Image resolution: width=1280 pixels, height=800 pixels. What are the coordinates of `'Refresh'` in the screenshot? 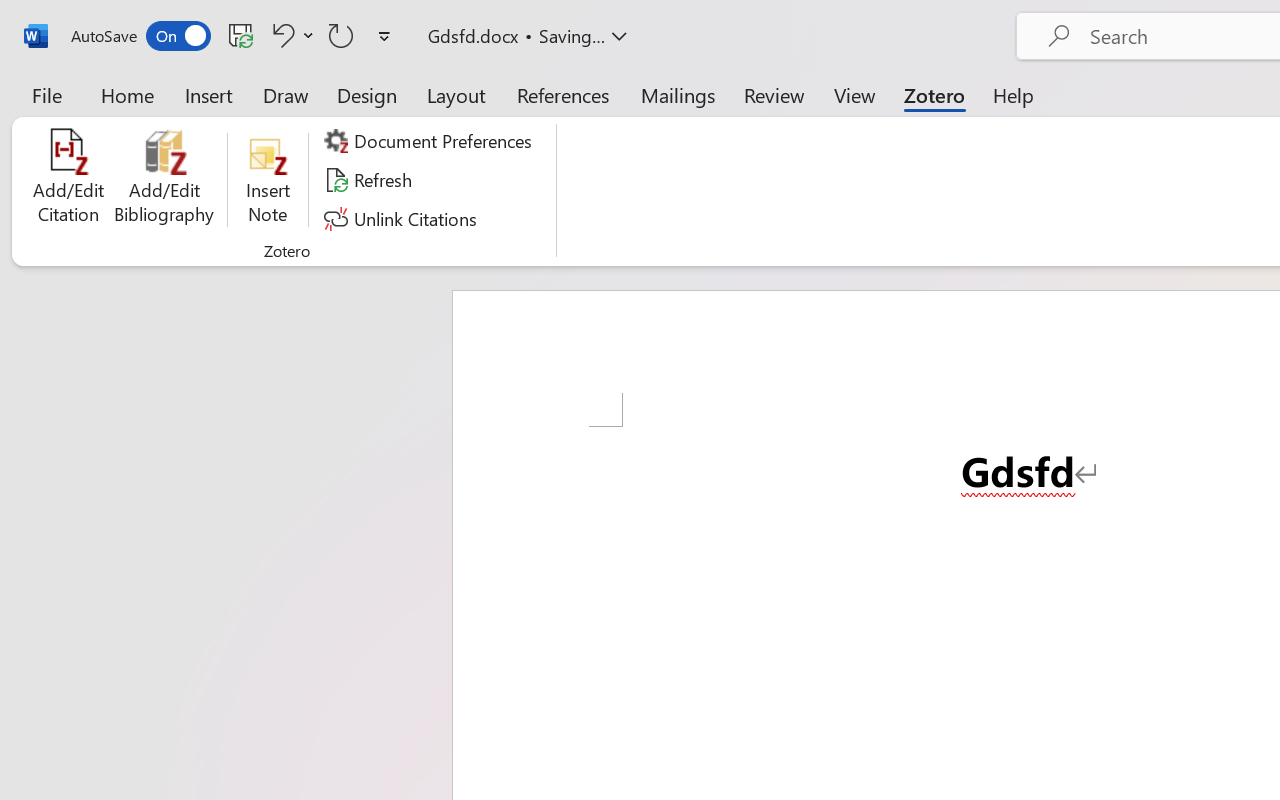 It's located at (371, 179).